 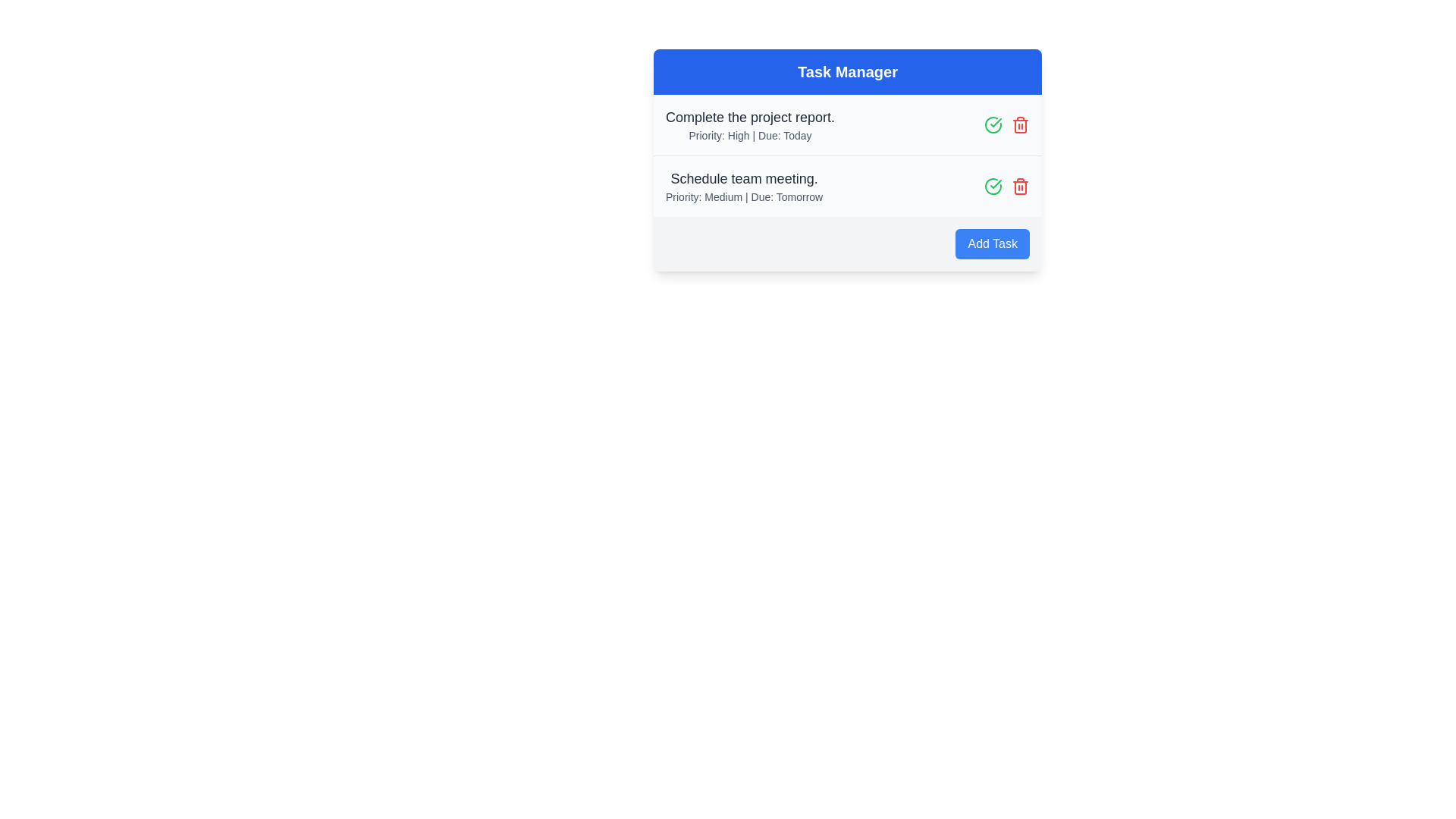 What do you see at coordinates (744, 196) in the screenshot?
I see `text label containing 'Priority: Medium | Due: Tomorrow', which is located below the title 'Schedule team meeting.'` at bounding box center [744, 196].